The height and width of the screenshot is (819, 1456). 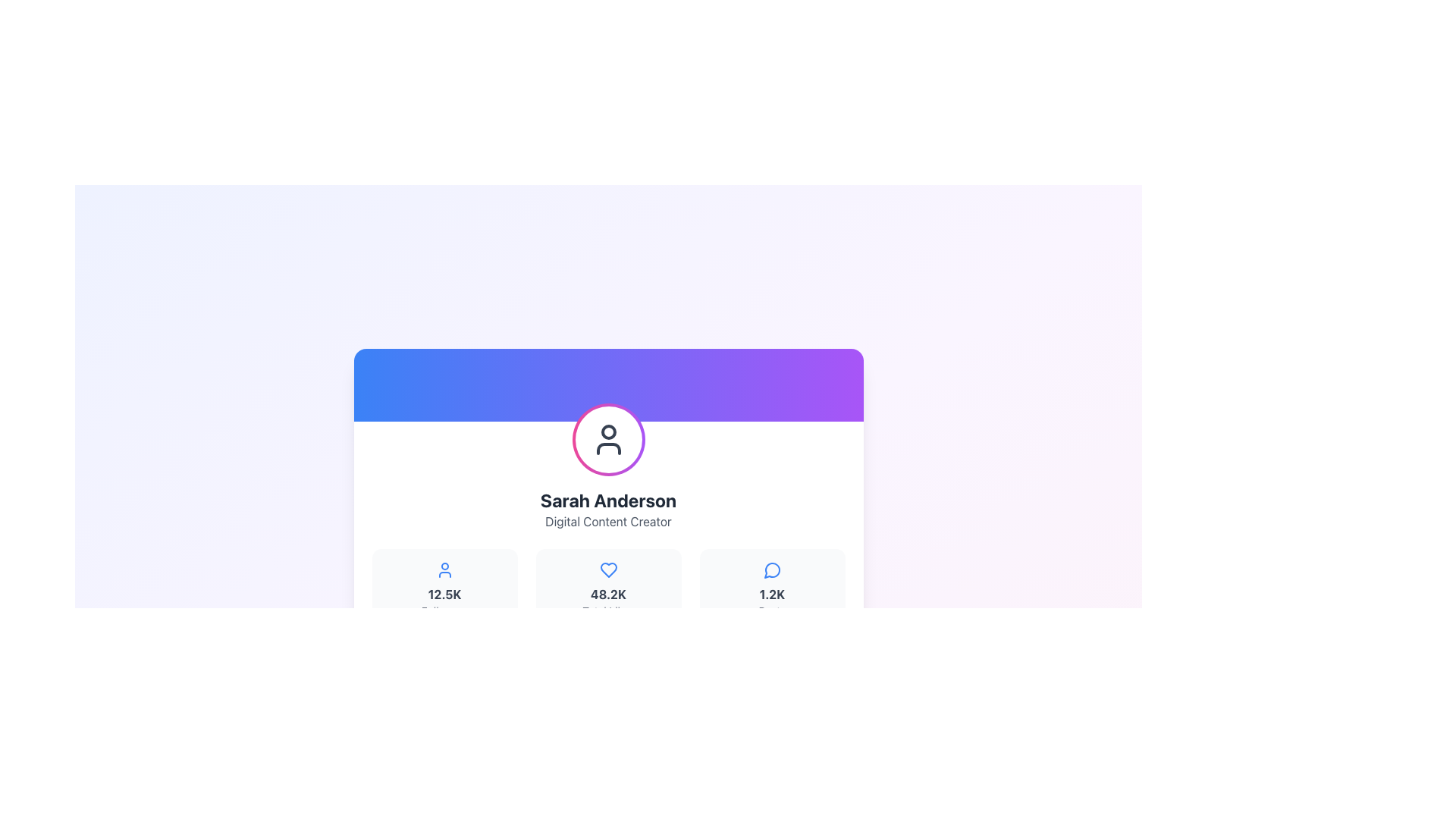 What do you see at coordinates (608, 432) in the screenshot?
I see `the small circular SVG Circle Element that represents the head in the user profile icon, located above the text 'Sarah Anderson' and 'Digital Content Creator.'` at bounding box center [608, 432].